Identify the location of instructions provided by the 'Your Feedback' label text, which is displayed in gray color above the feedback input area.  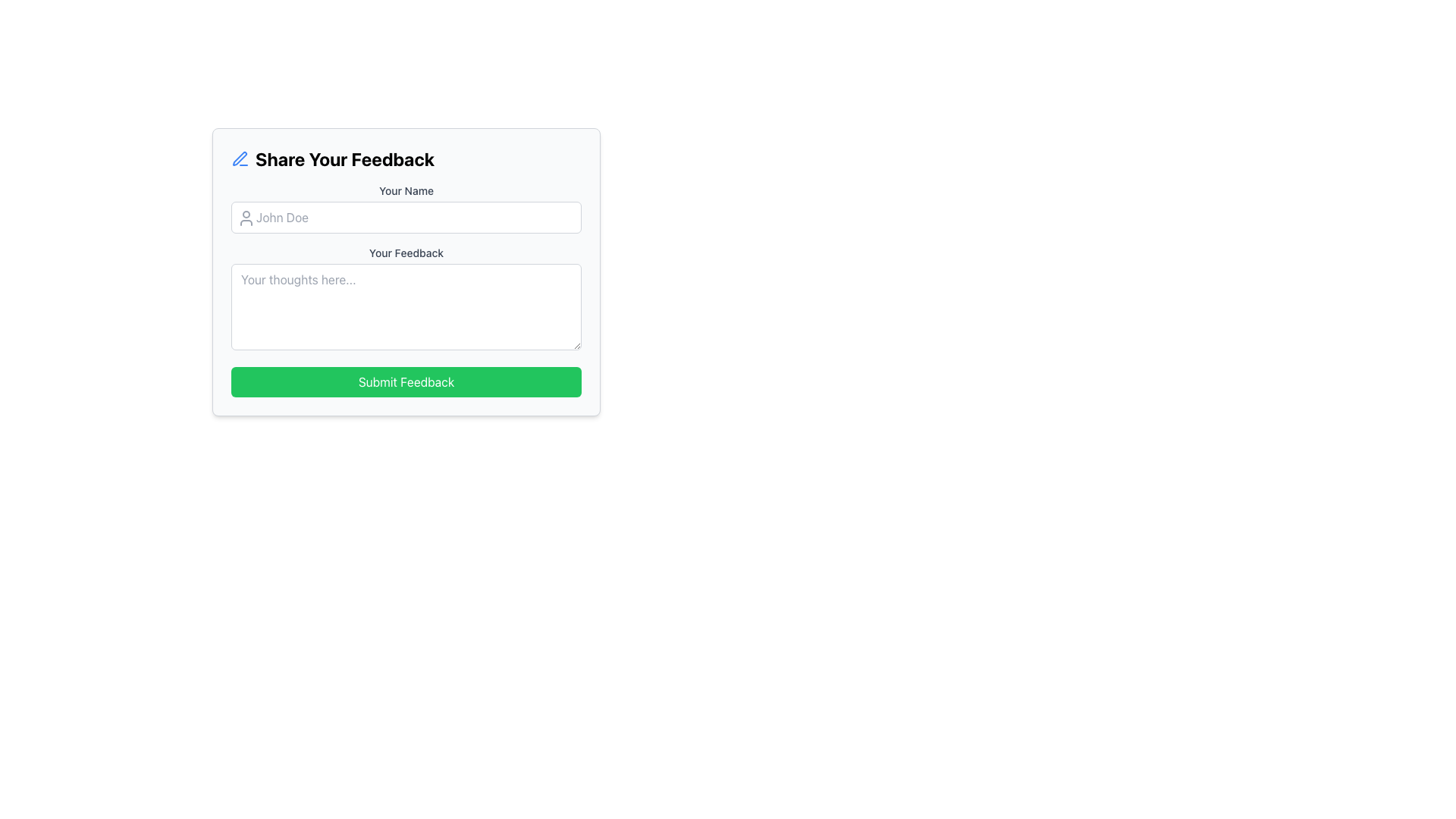
(406, 253).